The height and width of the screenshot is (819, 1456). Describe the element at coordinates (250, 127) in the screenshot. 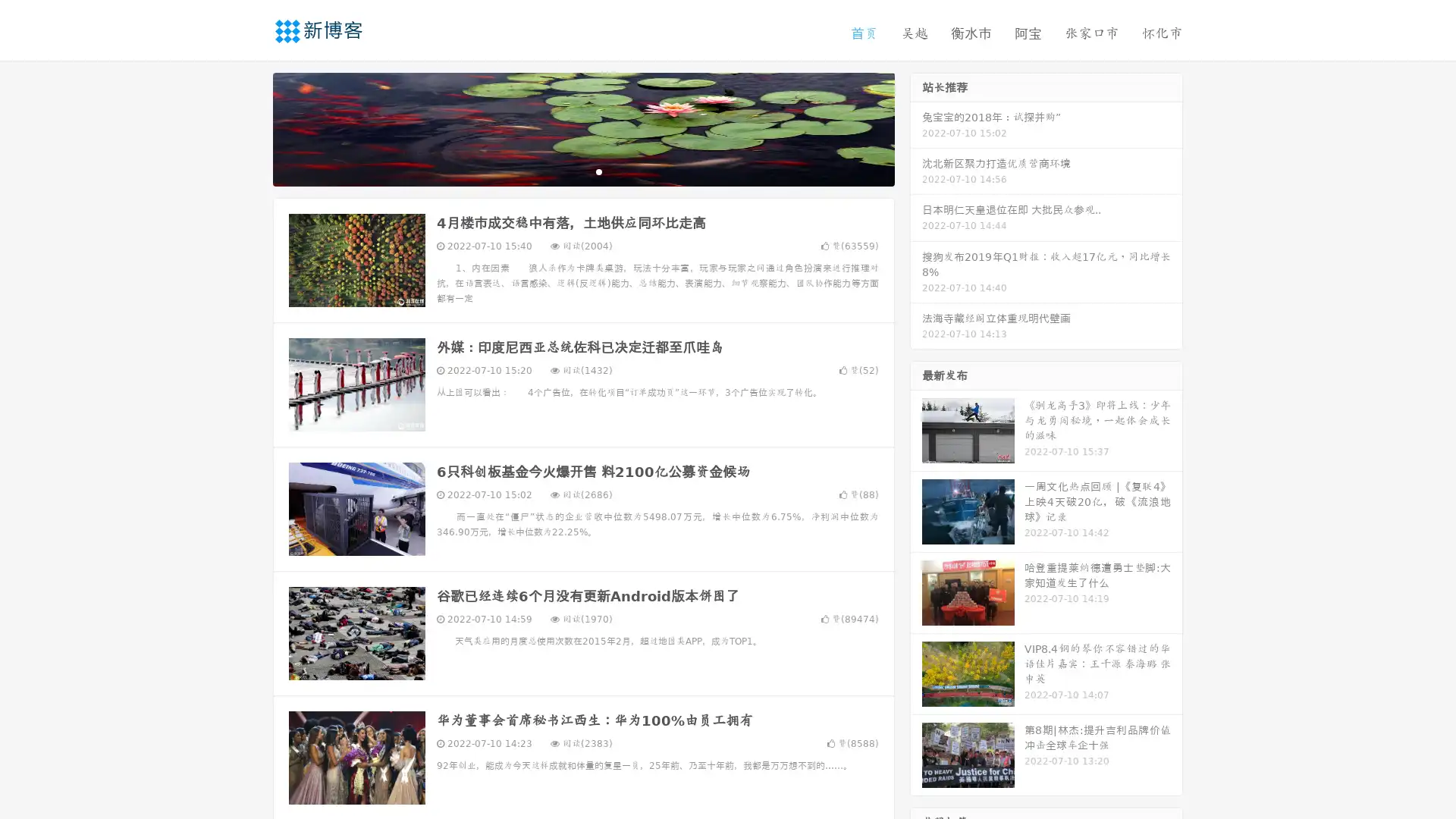

I see `Previous slide` at that location.